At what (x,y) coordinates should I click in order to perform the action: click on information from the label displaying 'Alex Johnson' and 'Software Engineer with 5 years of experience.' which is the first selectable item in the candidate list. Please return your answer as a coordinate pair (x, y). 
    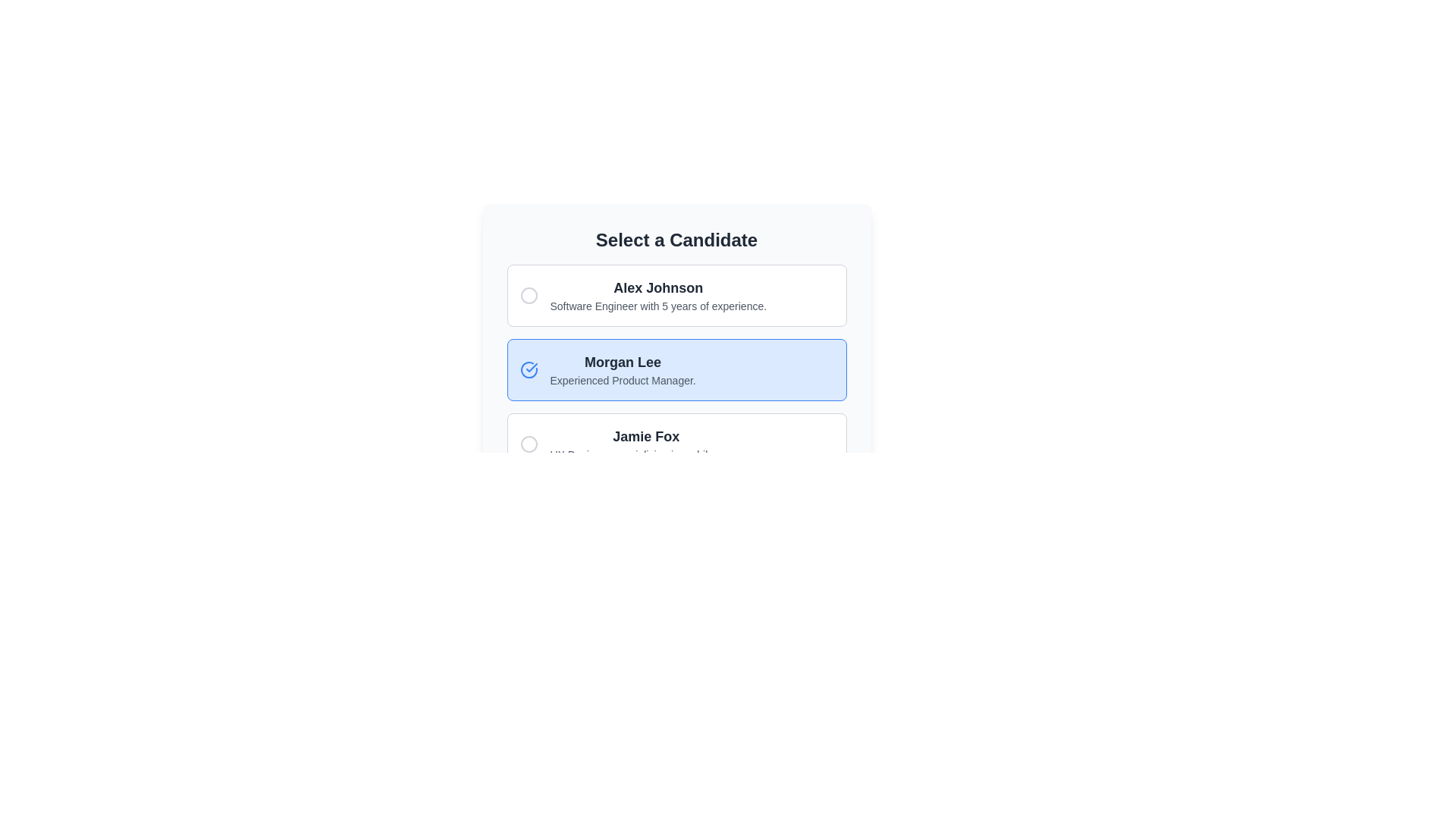
    Looking at the image, I should click on (658, 295).